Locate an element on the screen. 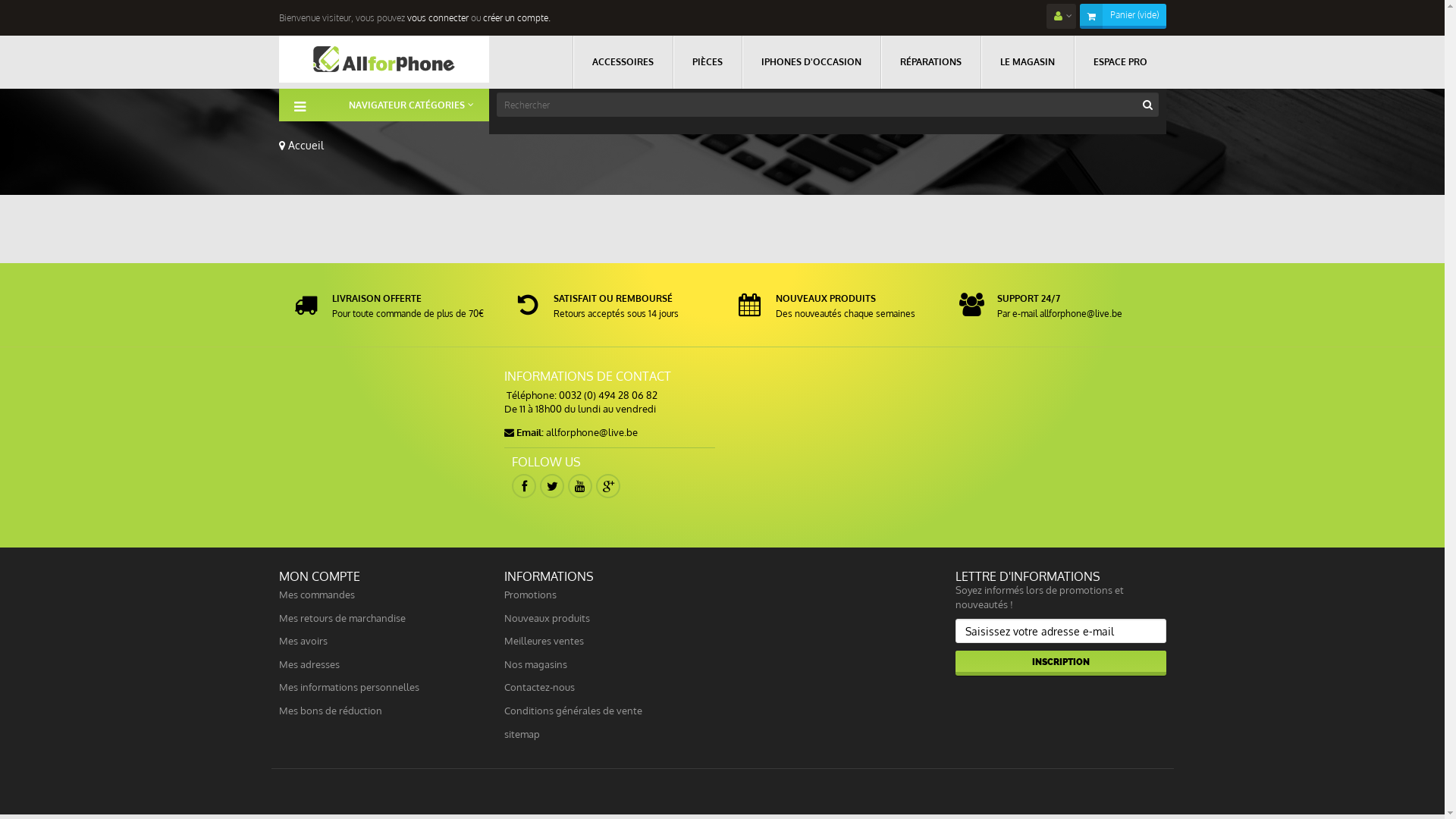  'Mes adresses' is located at coordinates (279, 663).